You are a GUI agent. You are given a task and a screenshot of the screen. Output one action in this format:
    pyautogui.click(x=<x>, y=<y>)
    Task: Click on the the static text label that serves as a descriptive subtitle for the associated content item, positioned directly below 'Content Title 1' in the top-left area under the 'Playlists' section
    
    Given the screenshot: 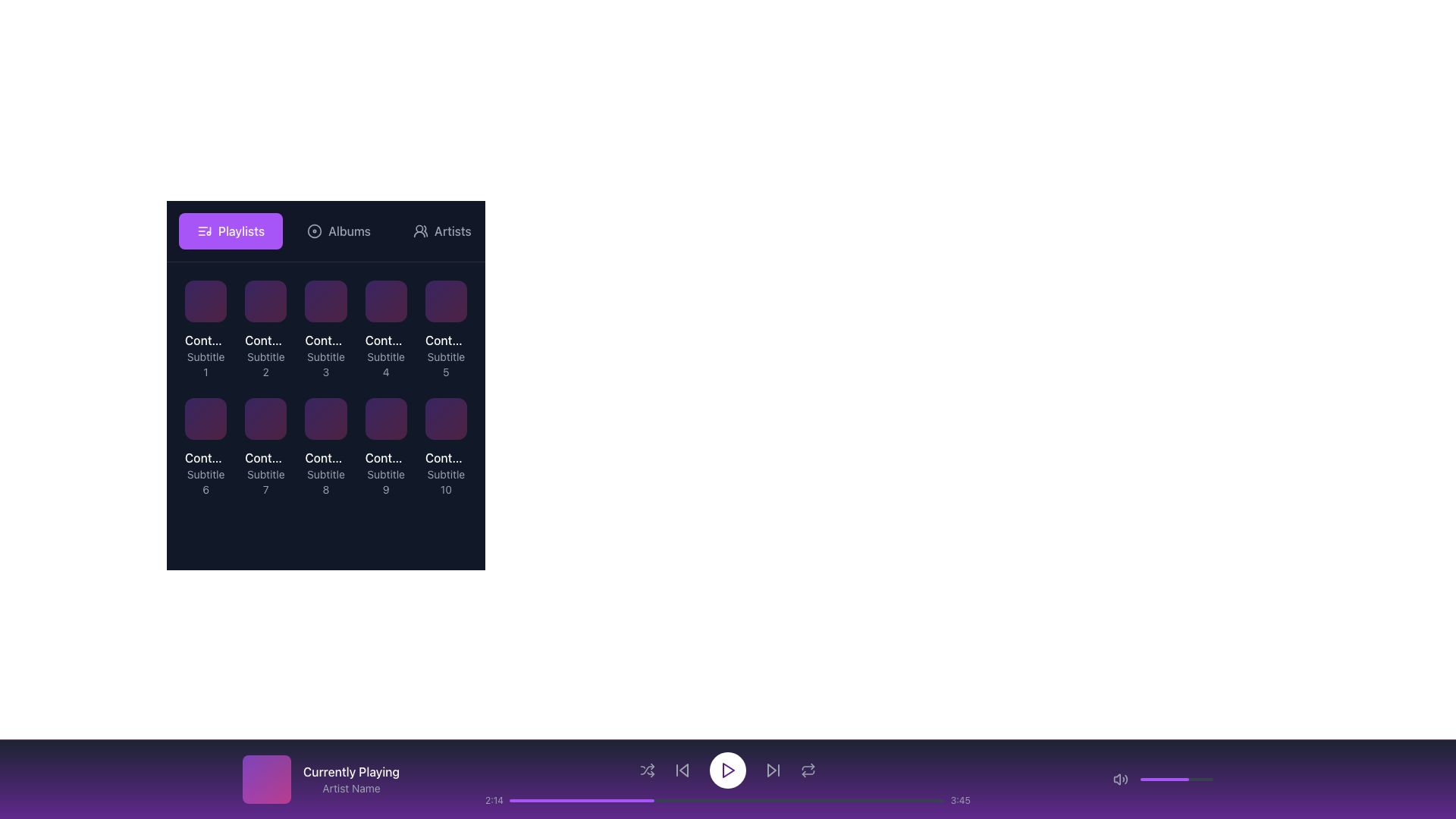 What is the action you would take?
    pyautogui.click(x=205, y=365)
    